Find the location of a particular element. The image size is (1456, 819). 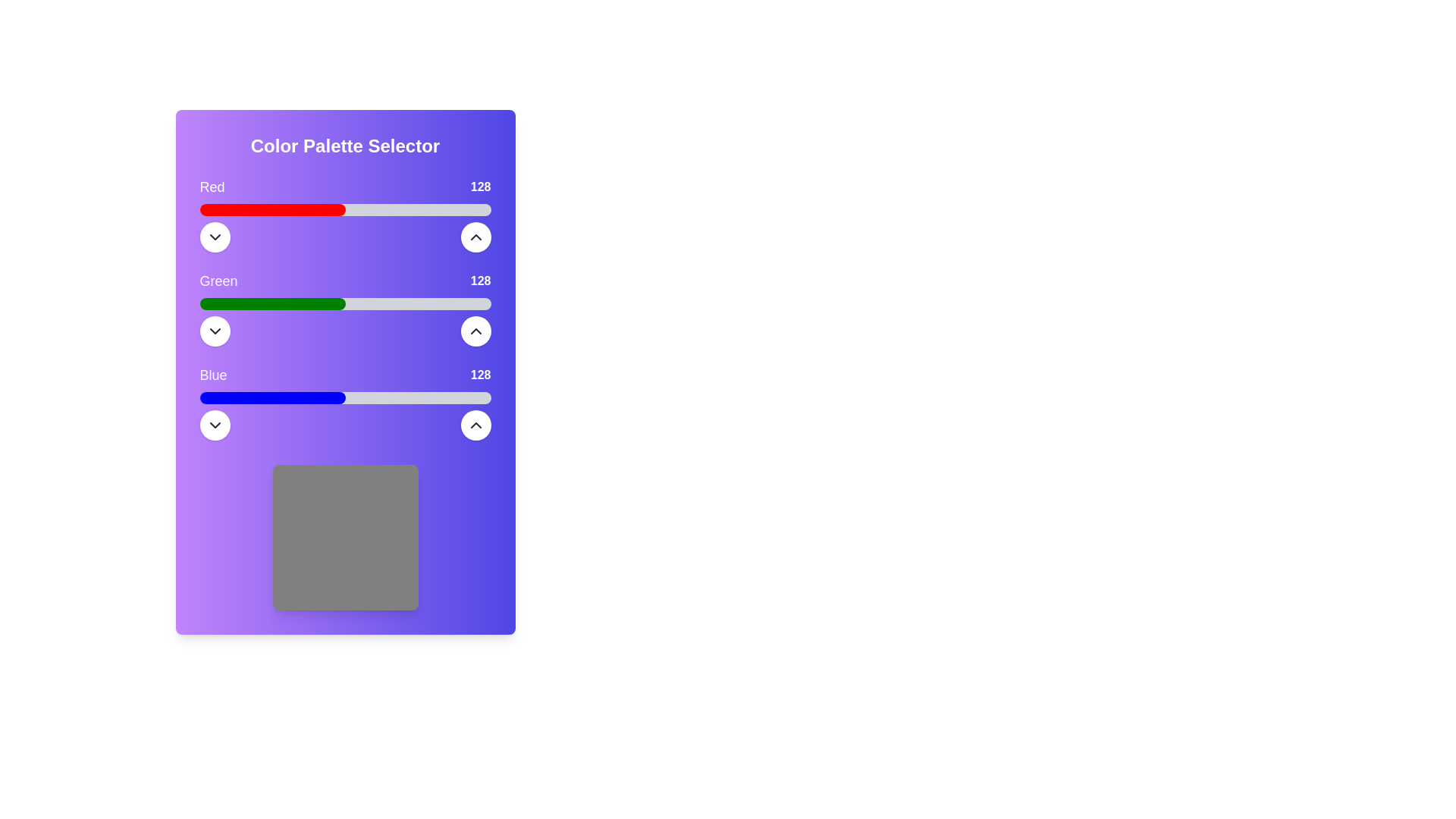

the Static text component displaying 'Red' on a gradient purple background, which is the first item in the color selectors stack is located at coordinates (344, 186).